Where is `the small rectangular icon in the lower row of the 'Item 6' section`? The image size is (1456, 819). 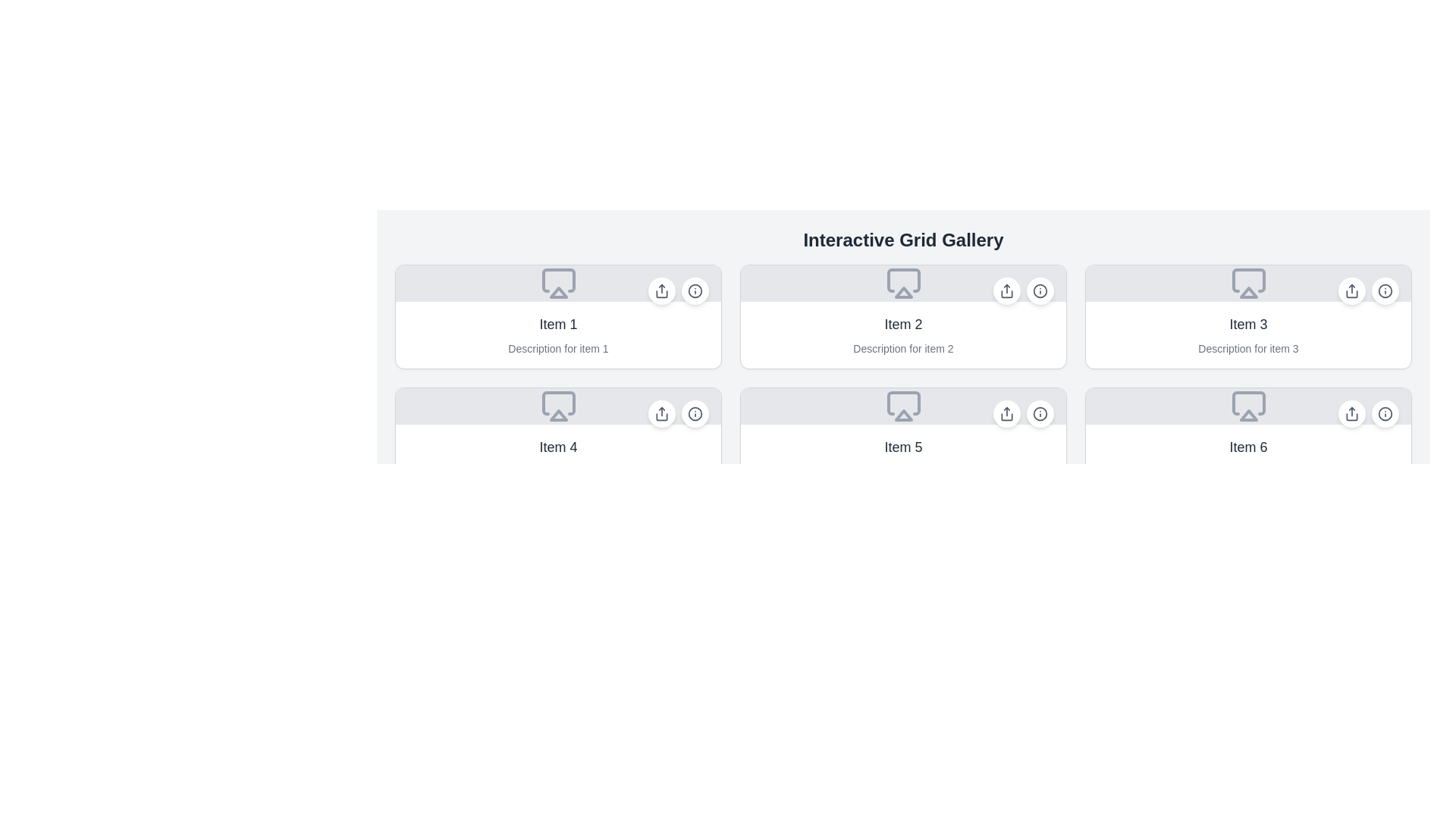 the small rectangular icon in the lower row of the 'Item 6' section is located at coordinates (1248, 403).